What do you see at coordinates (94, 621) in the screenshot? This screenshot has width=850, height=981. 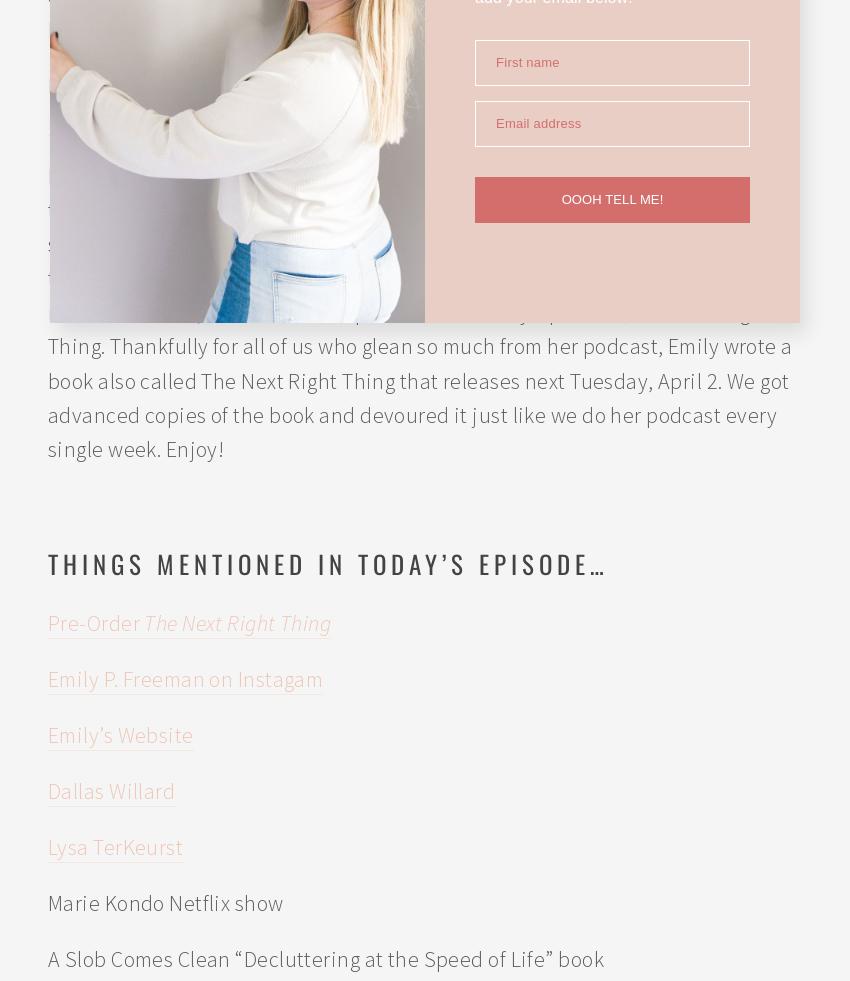 I see `'Pre-Order'` at bounding box center [94, 621].